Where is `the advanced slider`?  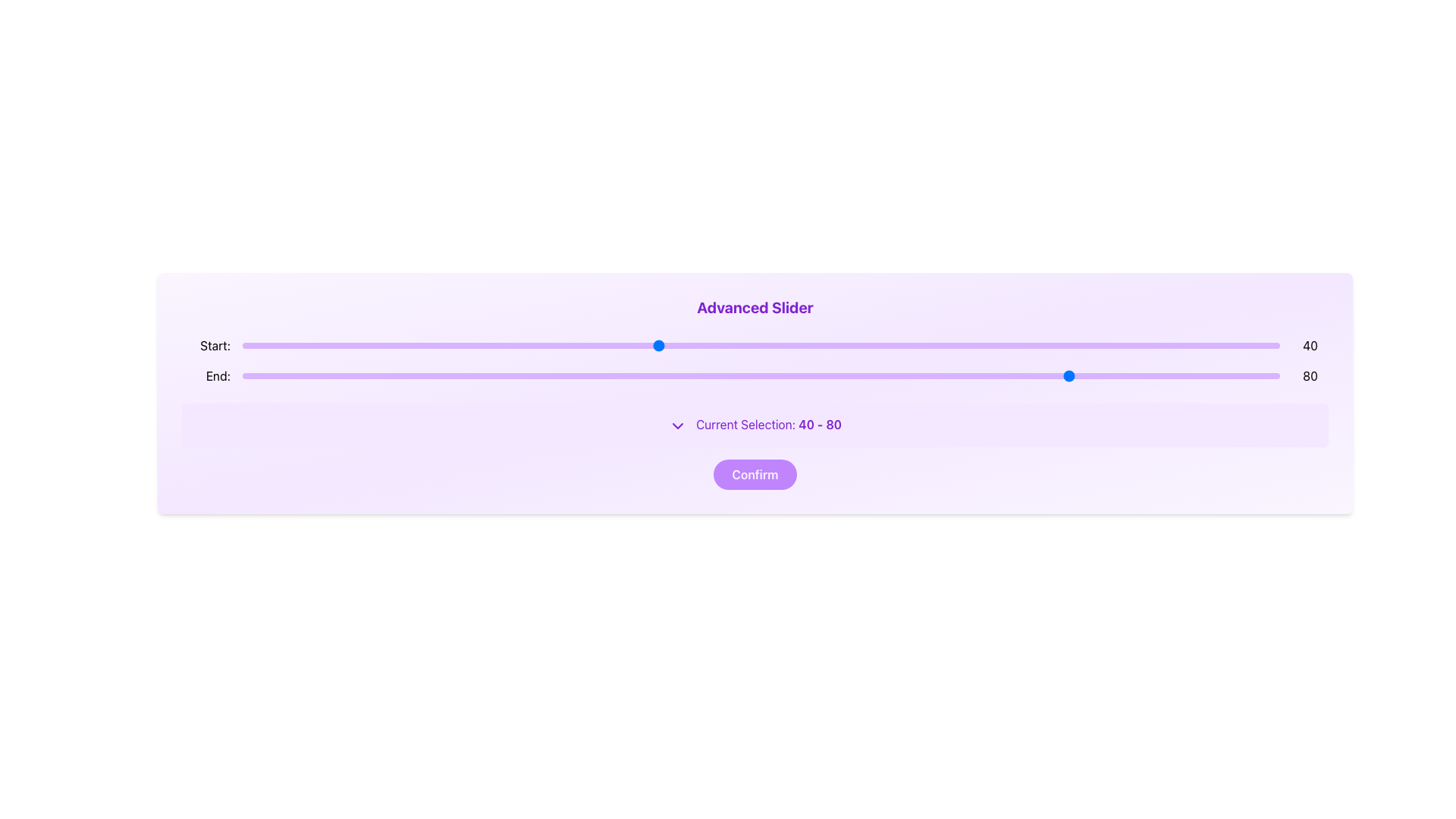
the advanced slider is located at coordinates (1259, 345).